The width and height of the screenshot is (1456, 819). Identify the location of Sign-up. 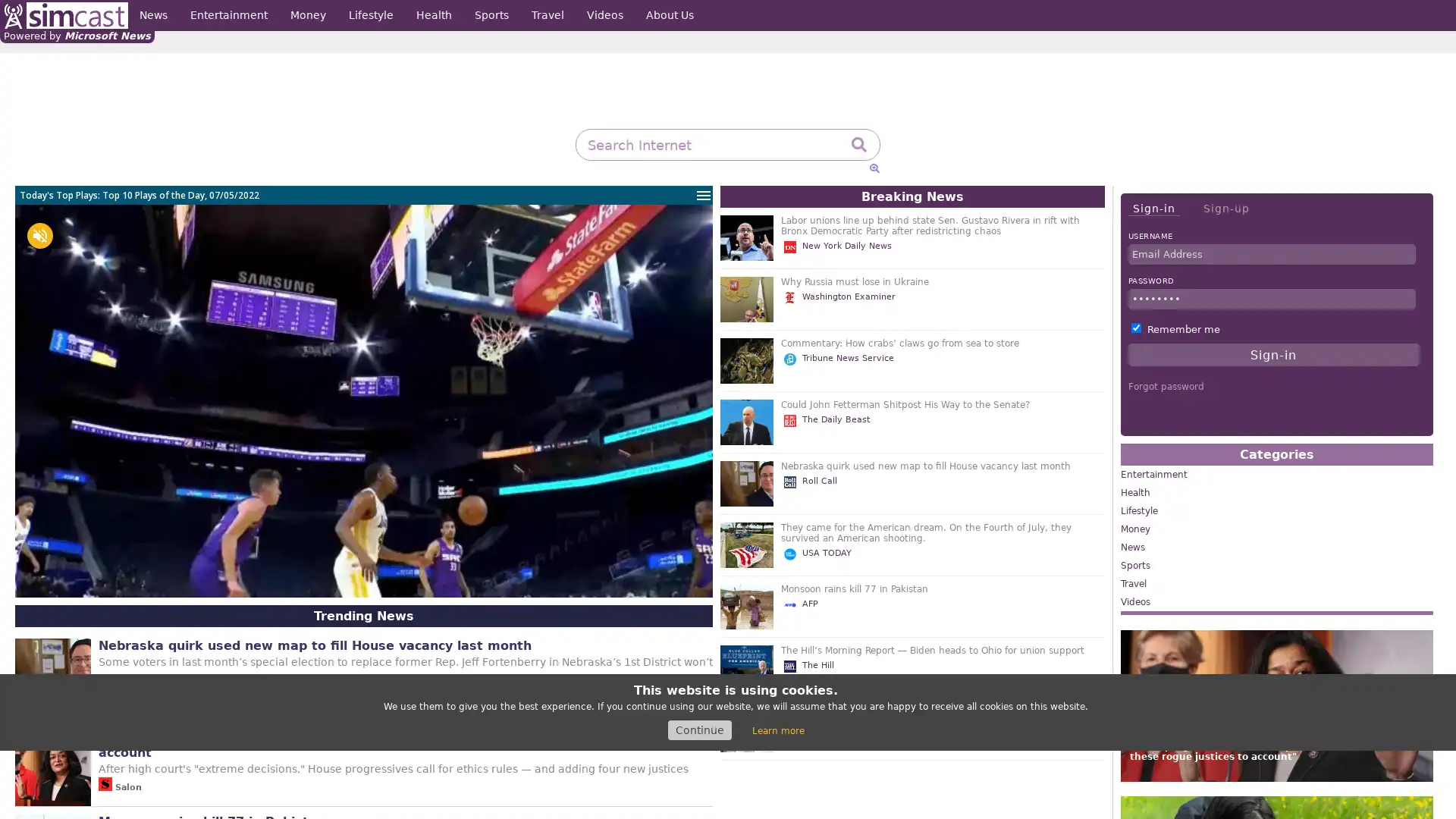
(1225, 208).